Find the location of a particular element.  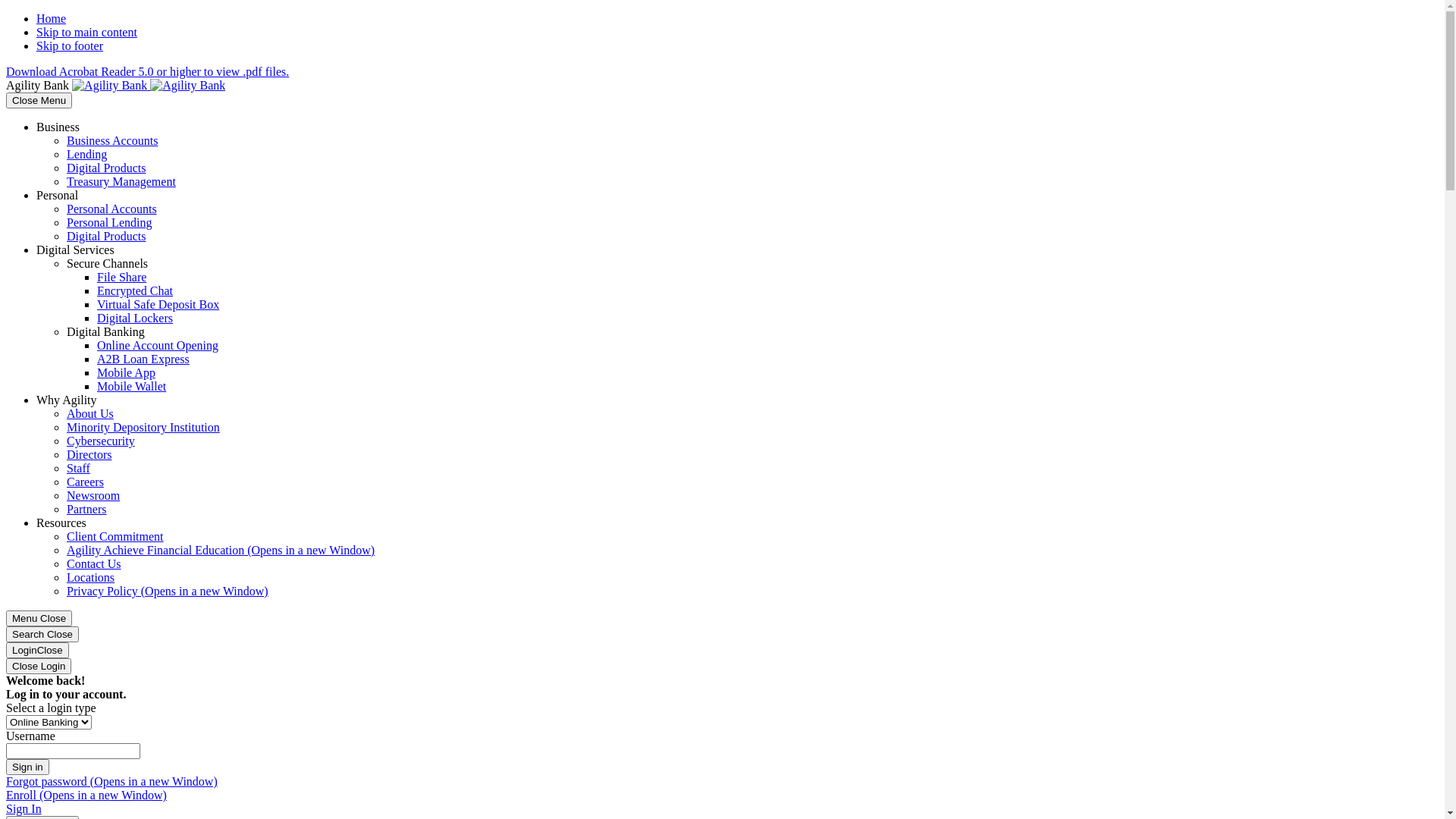

'Minority Depository Institution' is located at coordinates (143, 427).